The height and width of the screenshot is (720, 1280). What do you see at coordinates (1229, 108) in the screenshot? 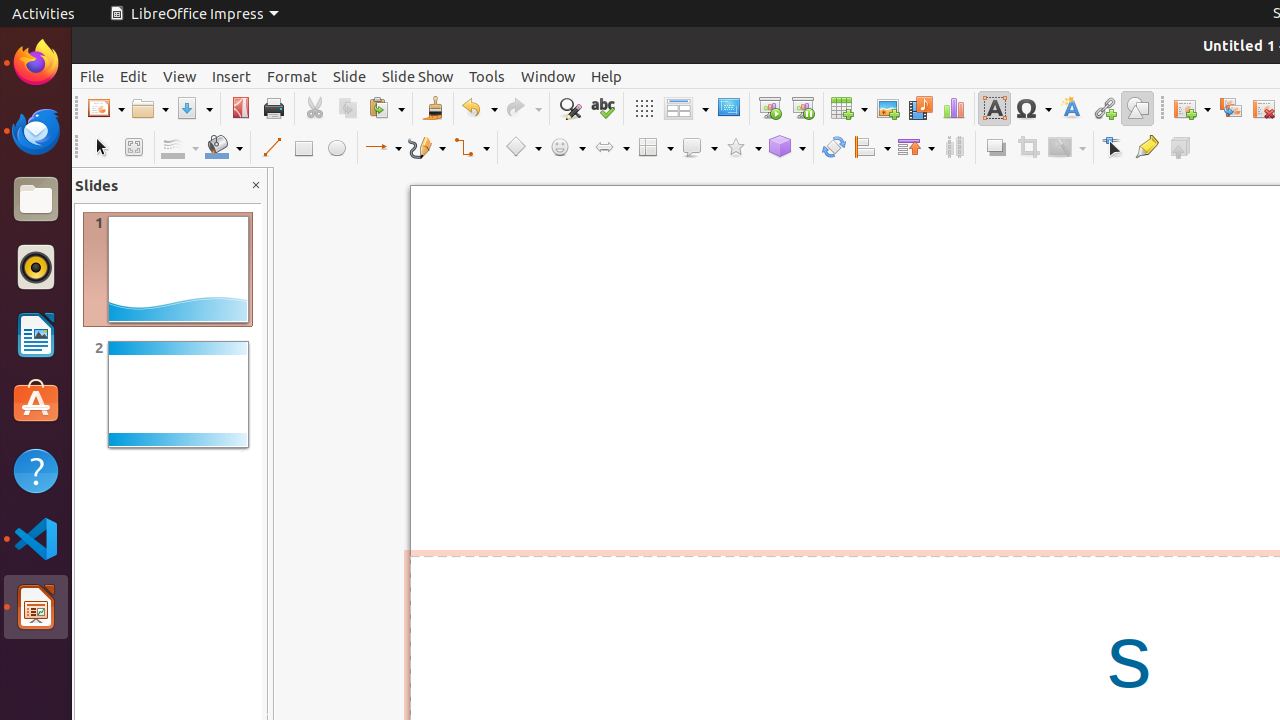
I see `'Duplicate Slide'` at bounding box center [1229, 108].